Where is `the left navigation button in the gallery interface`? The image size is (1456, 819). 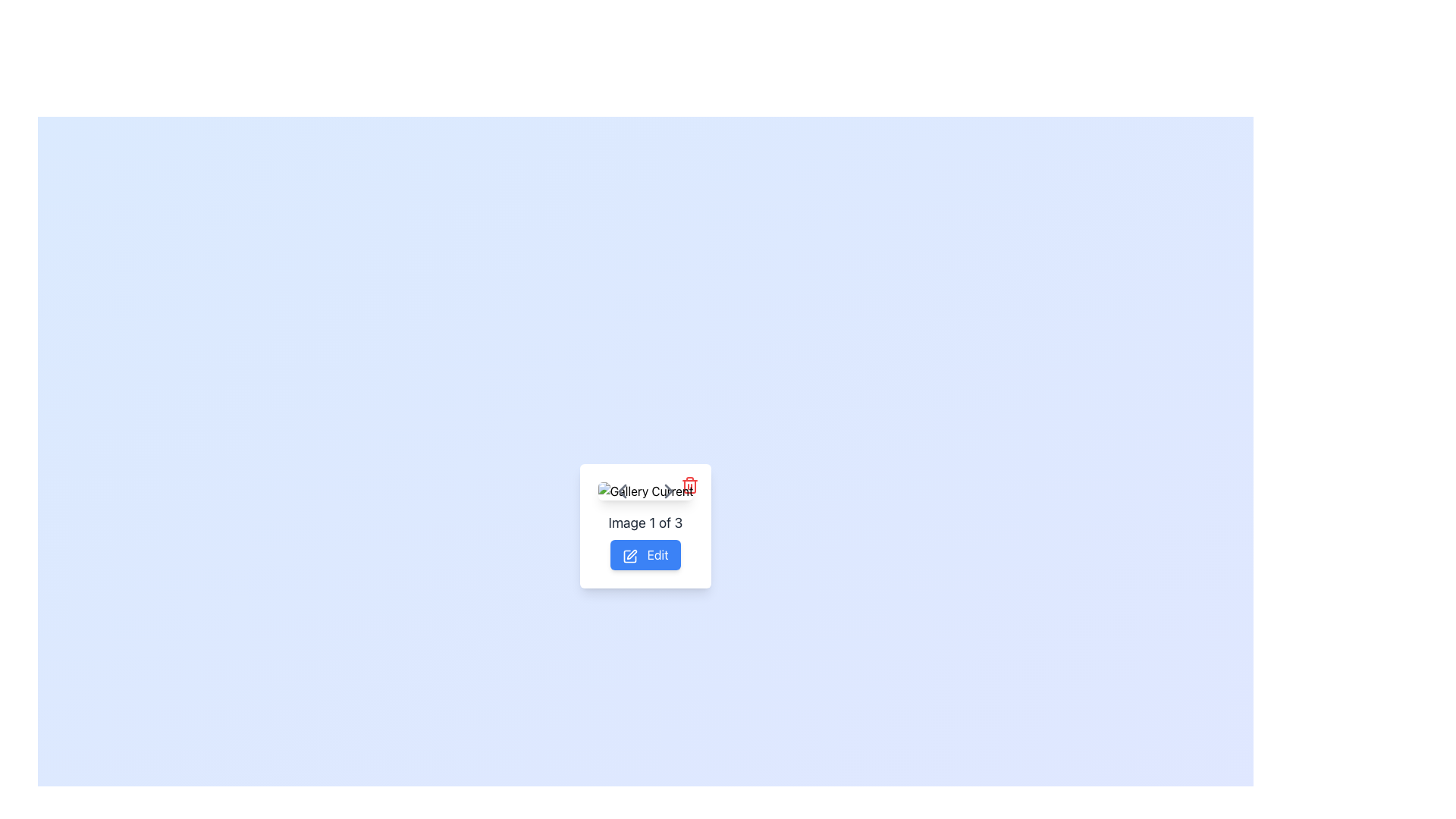
the left navigation button in the gallery interface is located at coordinates (622, 491).